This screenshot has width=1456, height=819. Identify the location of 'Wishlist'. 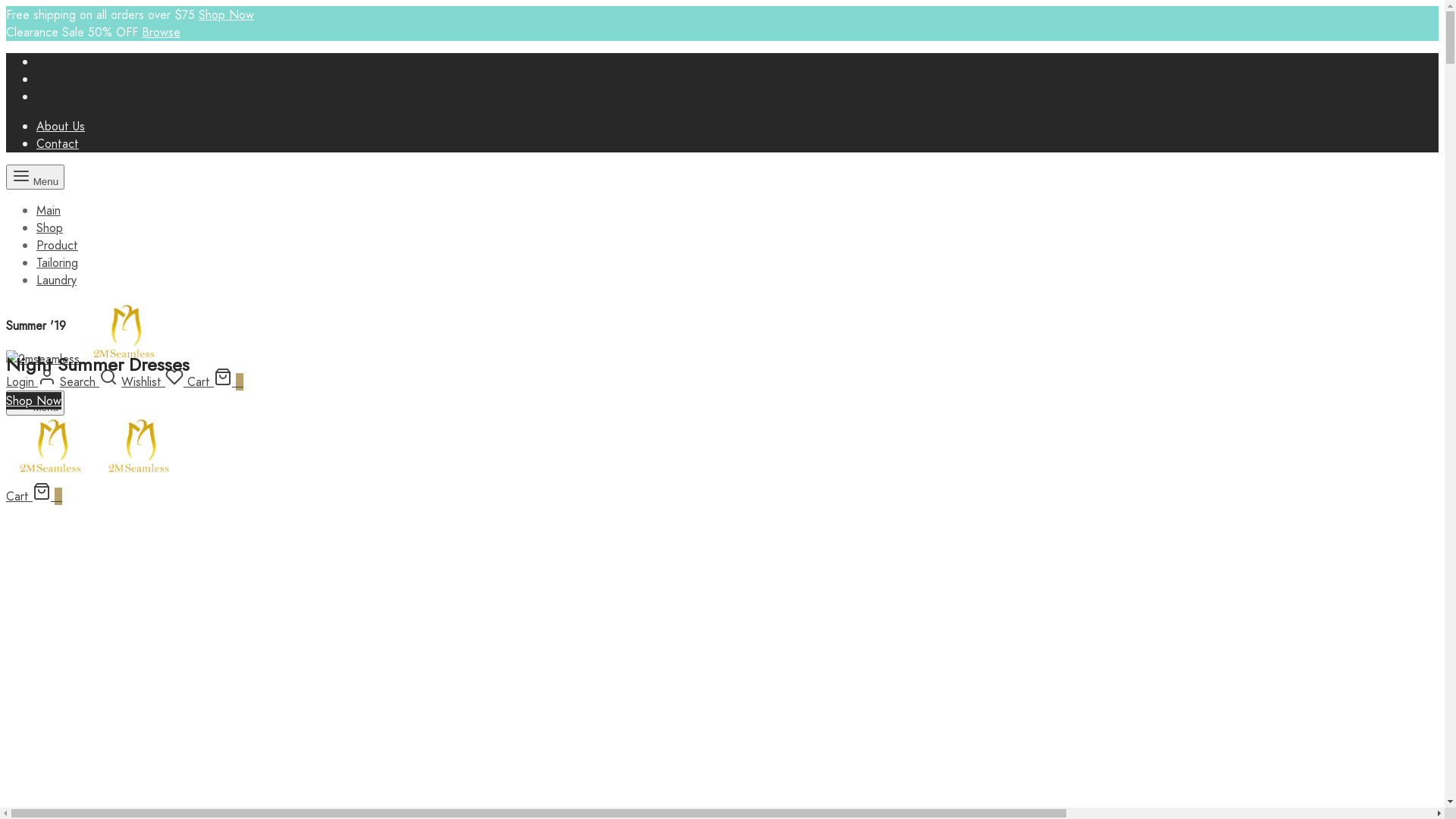
(154, 381).